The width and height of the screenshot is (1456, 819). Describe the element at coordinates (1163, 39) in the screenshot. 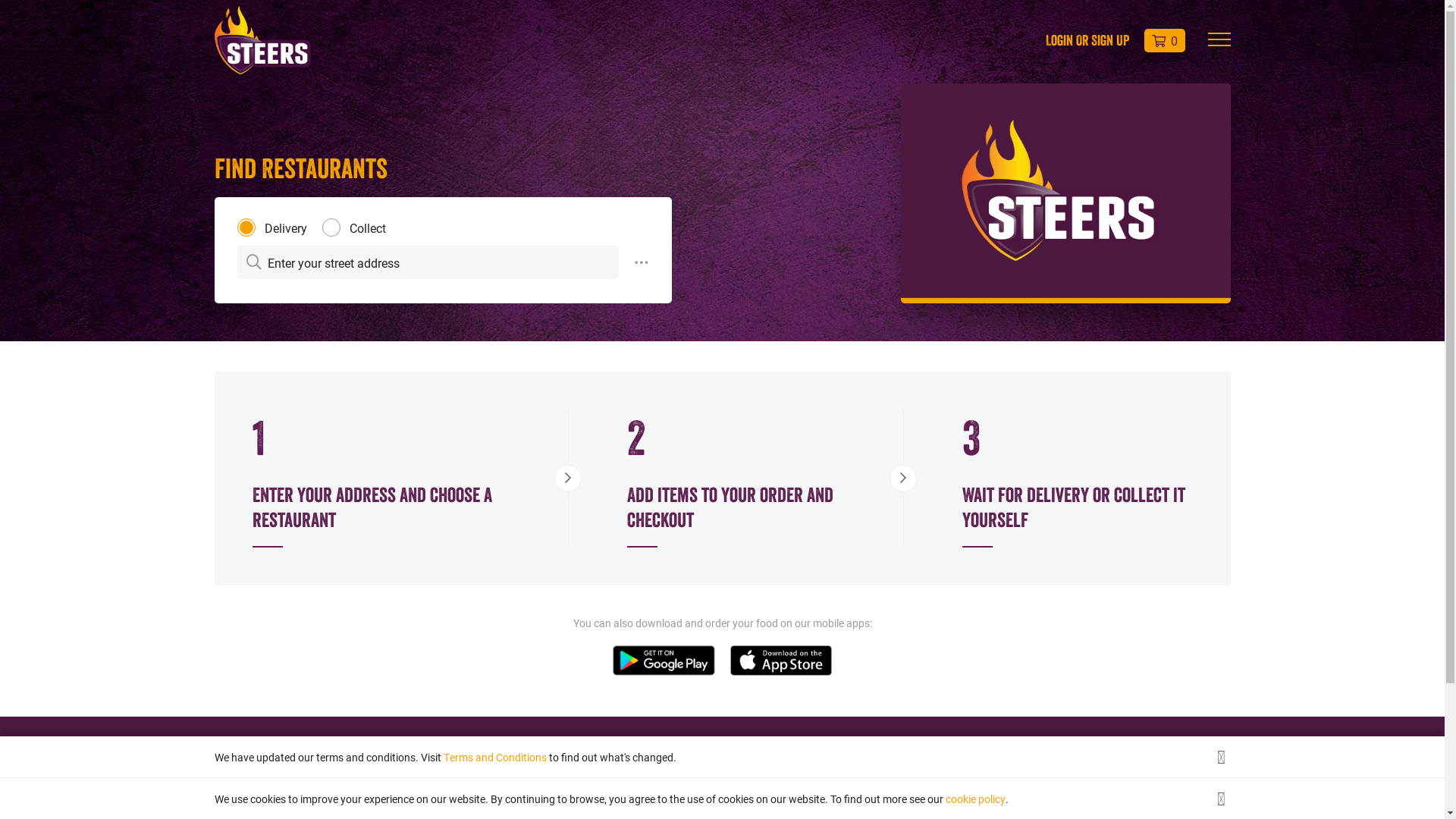

I see `'0'` at that location.